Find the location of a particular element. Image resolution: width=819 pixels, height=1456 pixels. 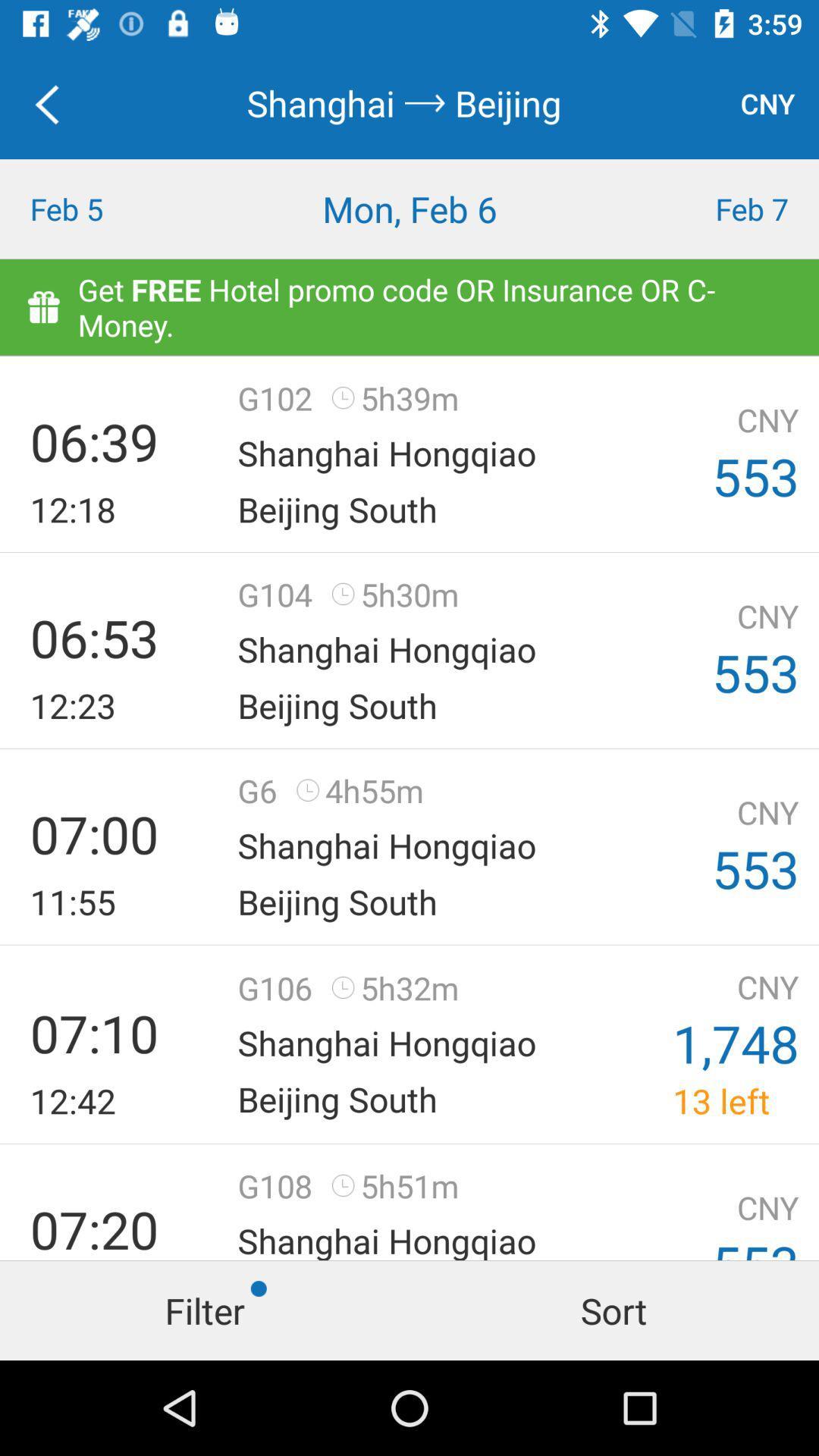

icon to the right of the feb 5 icon is located at coordinates (409, 208).